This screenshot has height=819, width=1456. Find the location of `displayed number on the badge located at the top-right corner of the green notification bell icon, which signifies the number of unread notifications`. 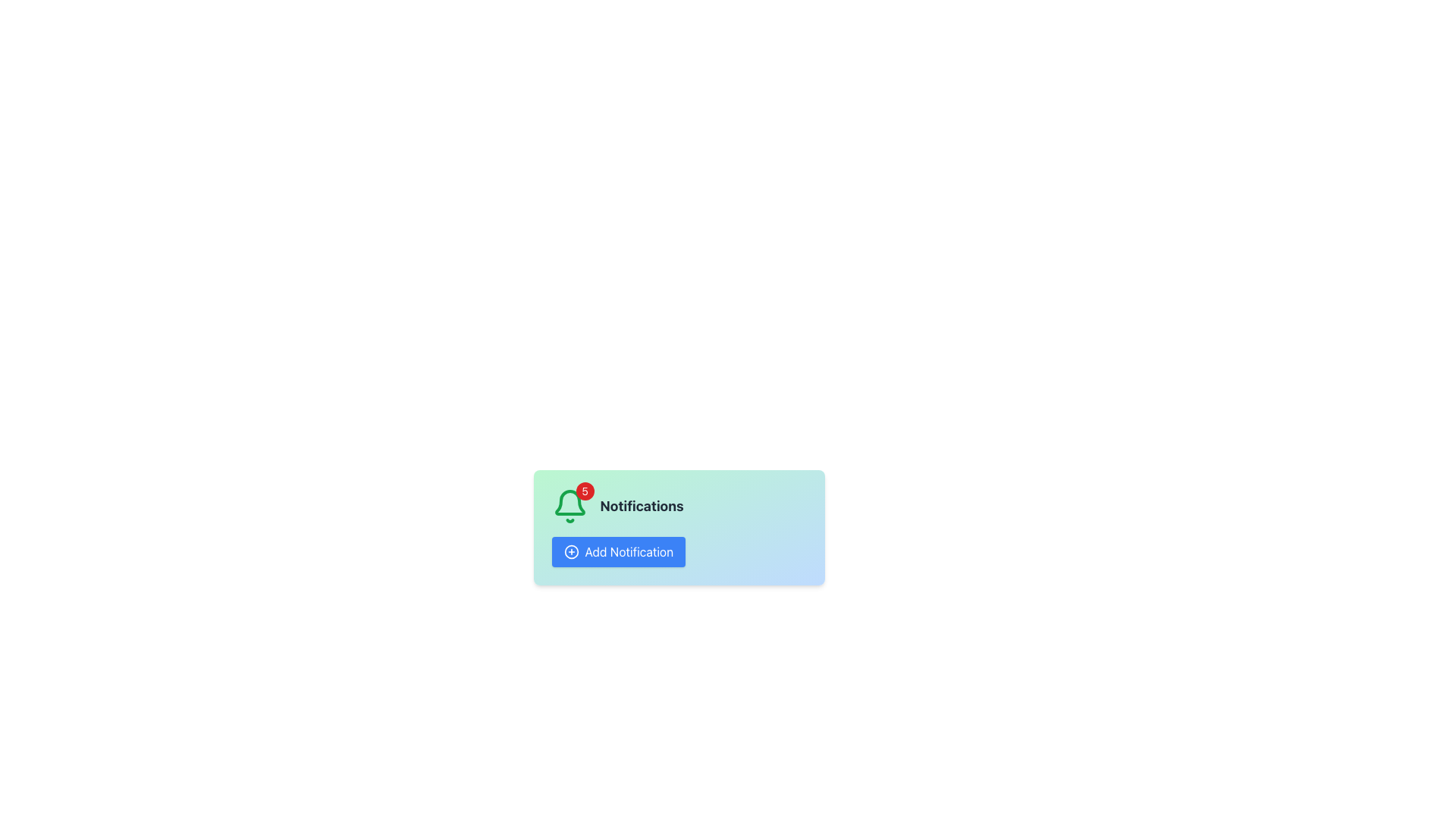

displayed number on the badge located at the top-right corner of the green notification bell icon, which signifies the number of unread notifications is located at coordinates (584, 491).